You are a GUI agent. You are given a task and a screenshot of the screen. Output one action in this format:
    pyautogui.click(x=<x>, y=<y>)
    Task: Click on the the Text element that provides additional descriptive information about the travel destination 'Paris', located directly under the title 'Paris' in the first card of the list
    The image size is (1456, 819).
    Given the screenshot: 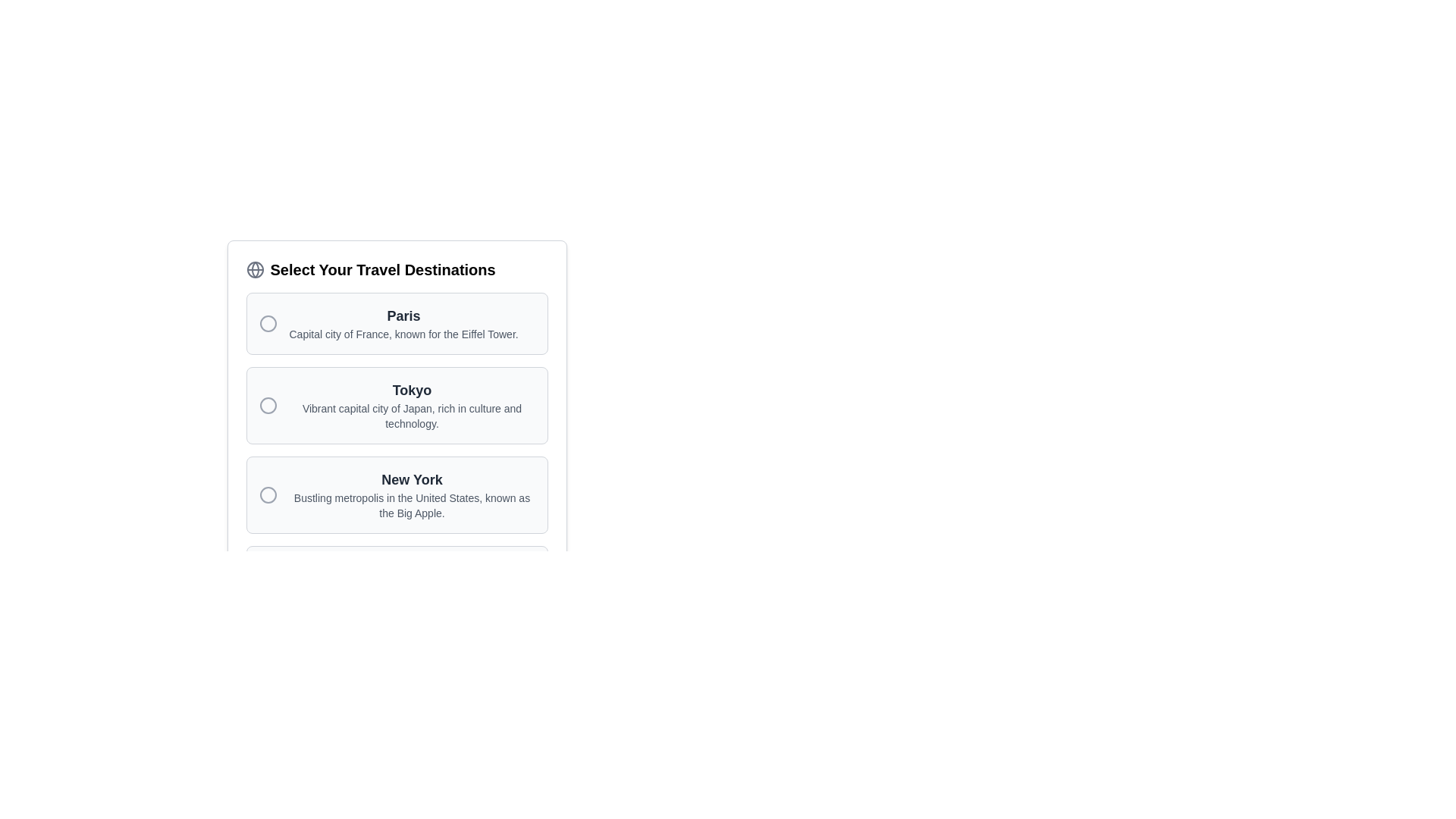 What is the action you would take?
    pyautogui.click(x=403, y=333)
    